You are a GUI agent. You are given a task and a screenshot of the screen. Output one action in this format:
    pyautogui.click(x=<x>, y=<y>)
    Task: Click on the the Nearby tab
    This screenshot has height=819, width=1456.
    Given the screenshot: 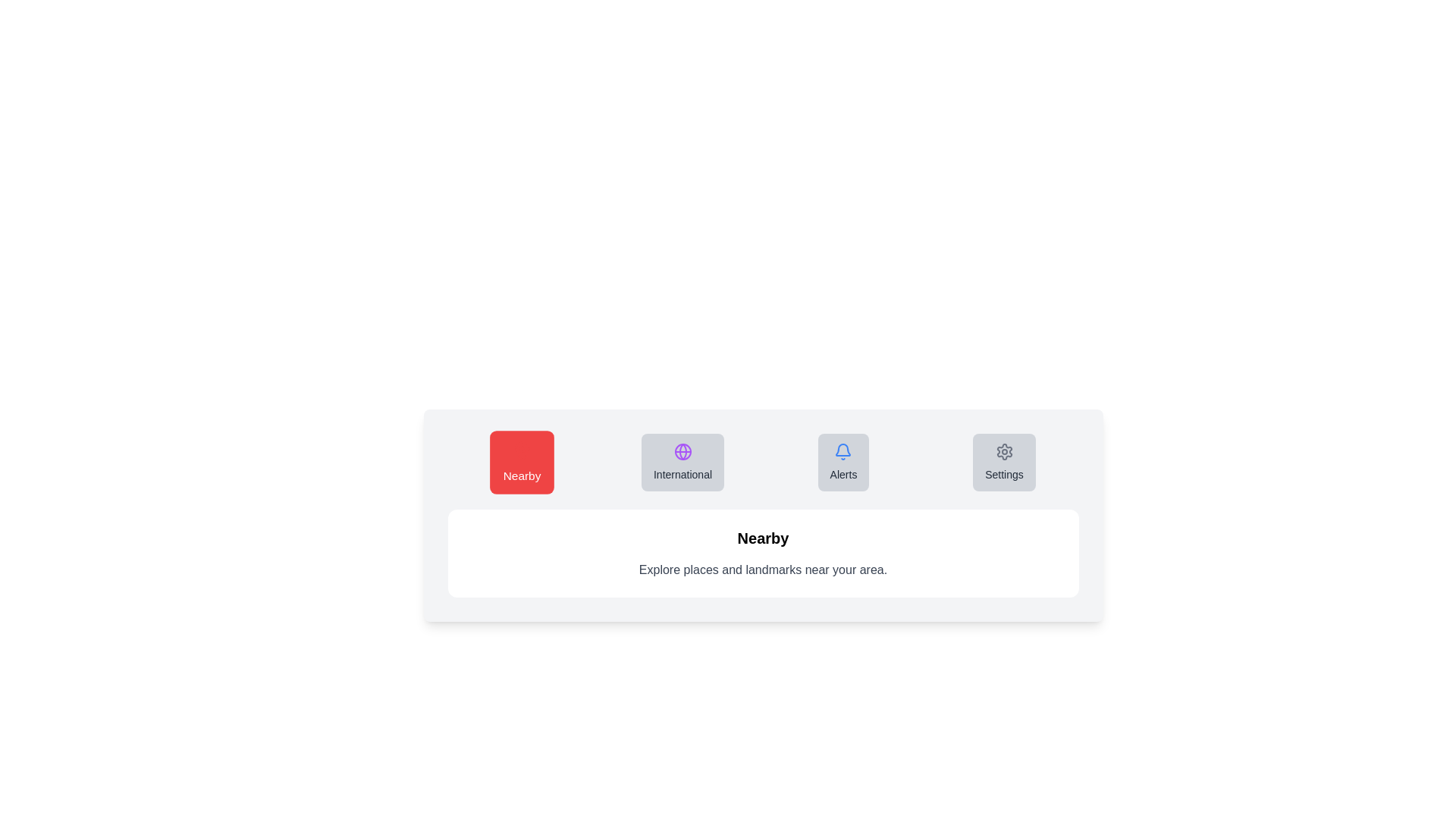 What is the action you would take?
    pyautogui.click(x=521, y=461)
    